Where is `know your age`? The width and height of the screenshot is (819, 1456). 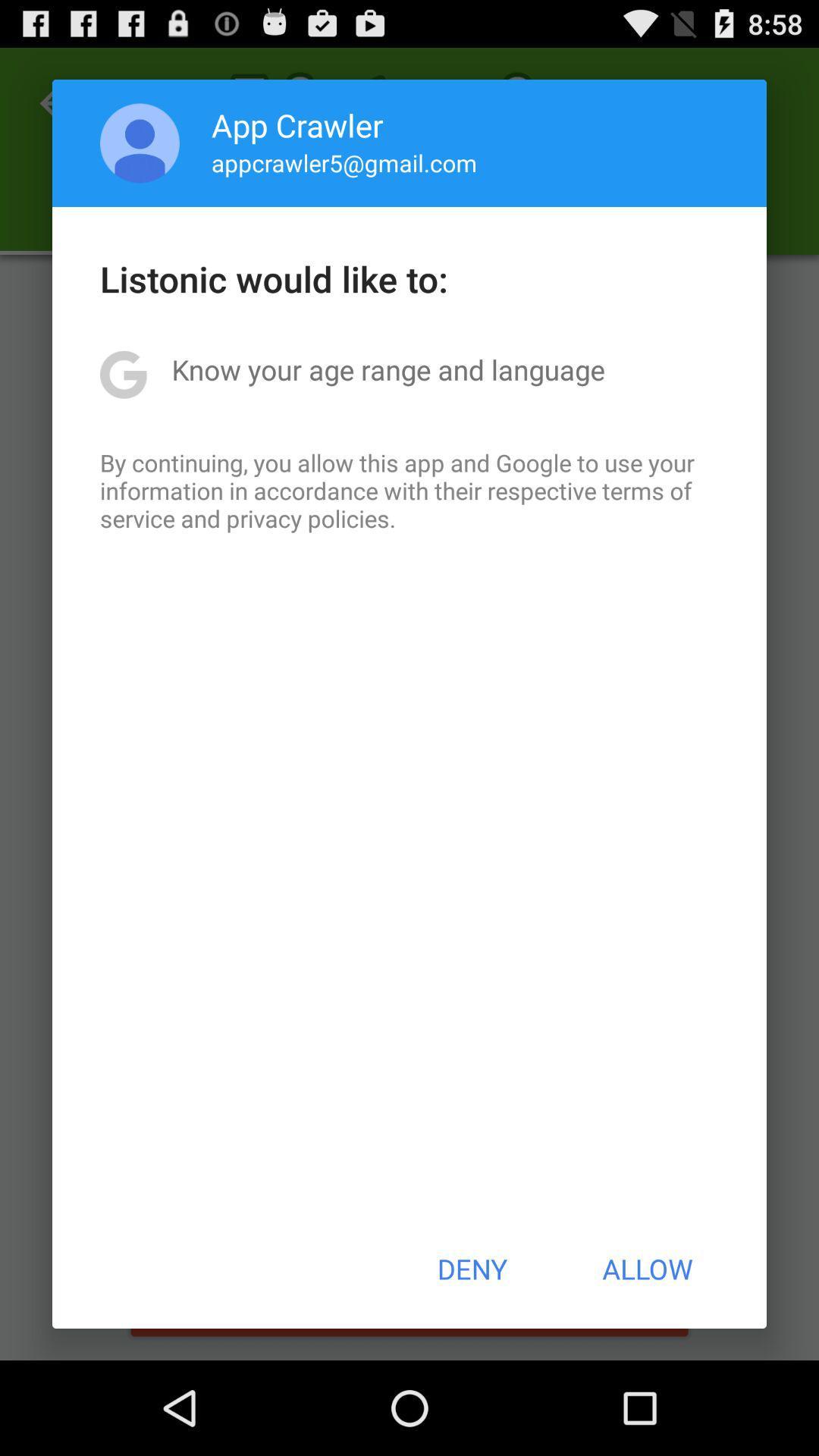 know your age is located at coordinates (388, 369).